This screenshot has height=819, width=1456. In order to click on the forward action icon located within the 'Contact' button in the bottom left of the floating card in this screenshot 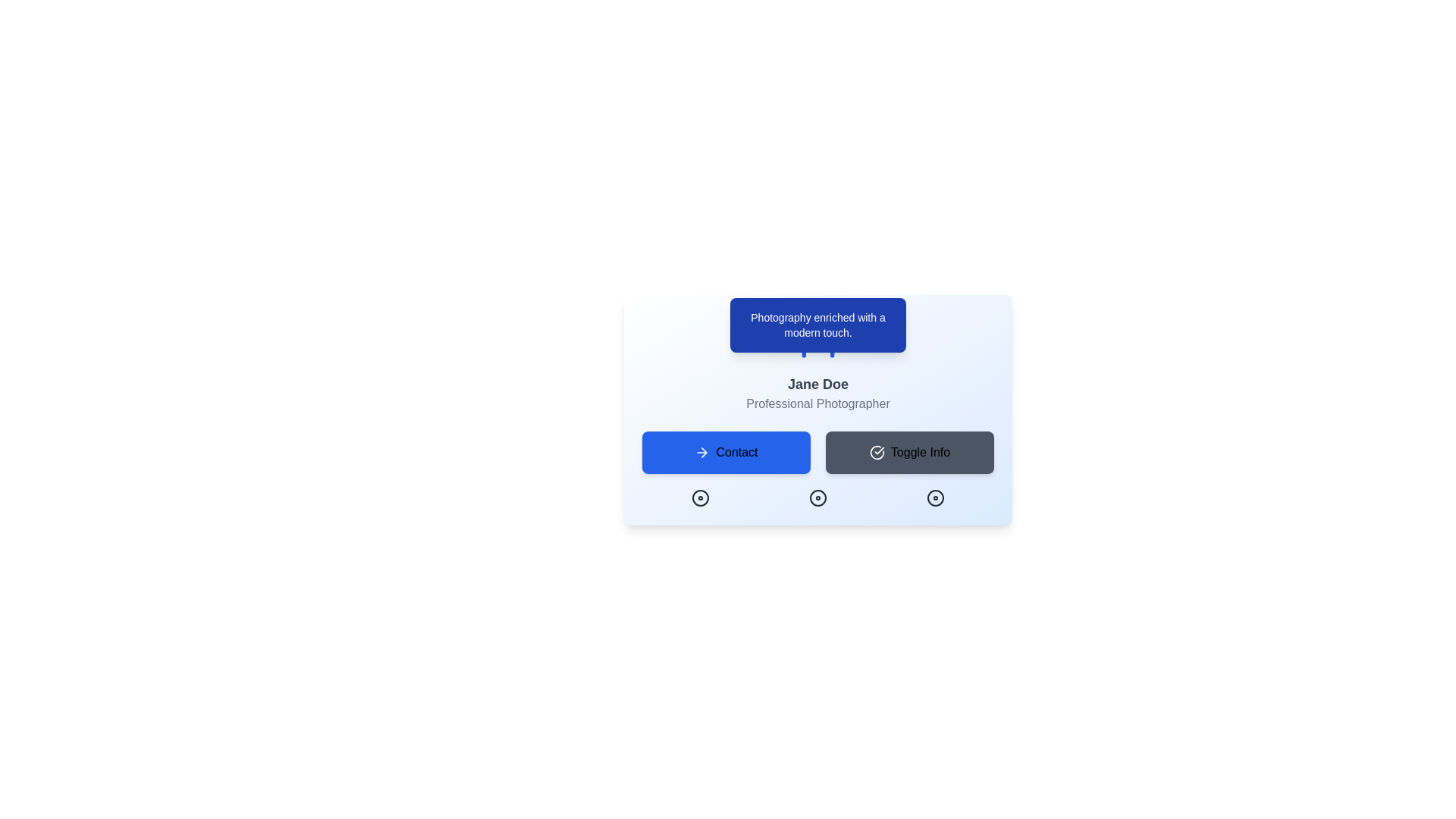, I will do `click(704, 452)`.